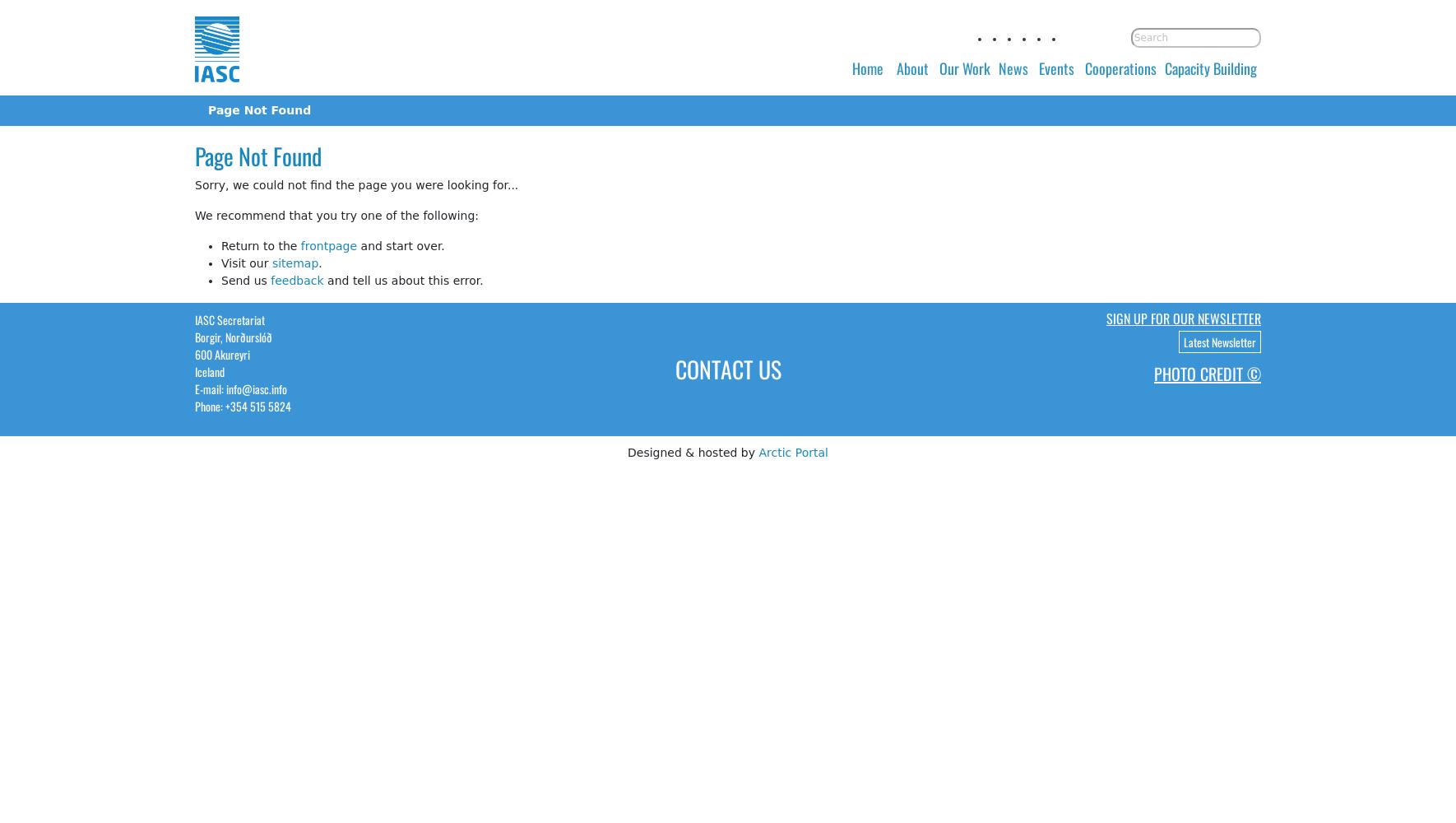  What do you see at coordinates (1184, 341) in the screenshot?
I see `'Latest Newsletter'` at bounding box center [1184, 341].